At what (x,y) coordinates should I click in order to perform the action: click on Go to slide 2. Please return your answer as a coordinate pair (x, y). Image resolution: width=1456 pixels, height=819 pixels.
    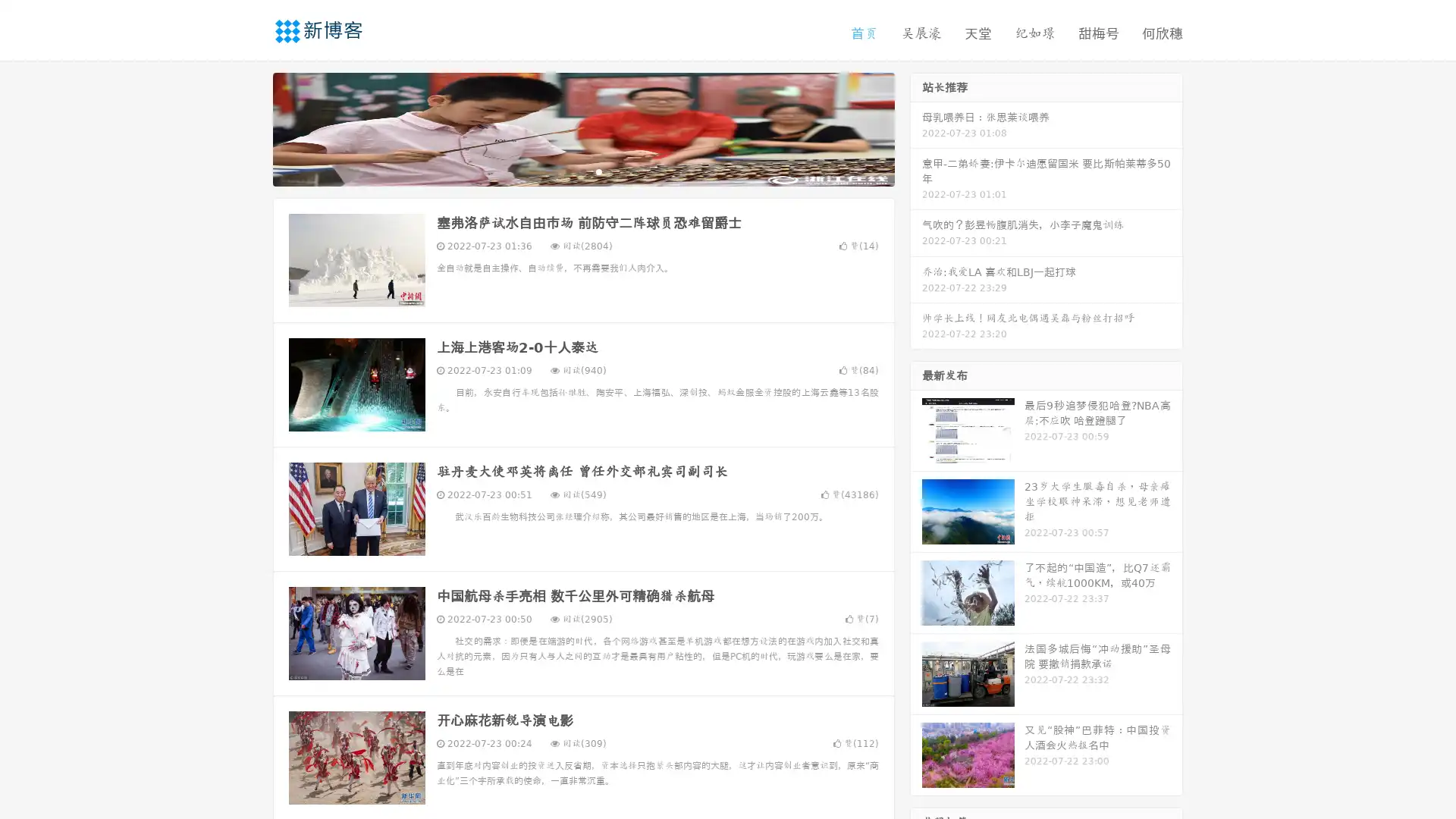
    Looking at the image, I should click on (582, 171).